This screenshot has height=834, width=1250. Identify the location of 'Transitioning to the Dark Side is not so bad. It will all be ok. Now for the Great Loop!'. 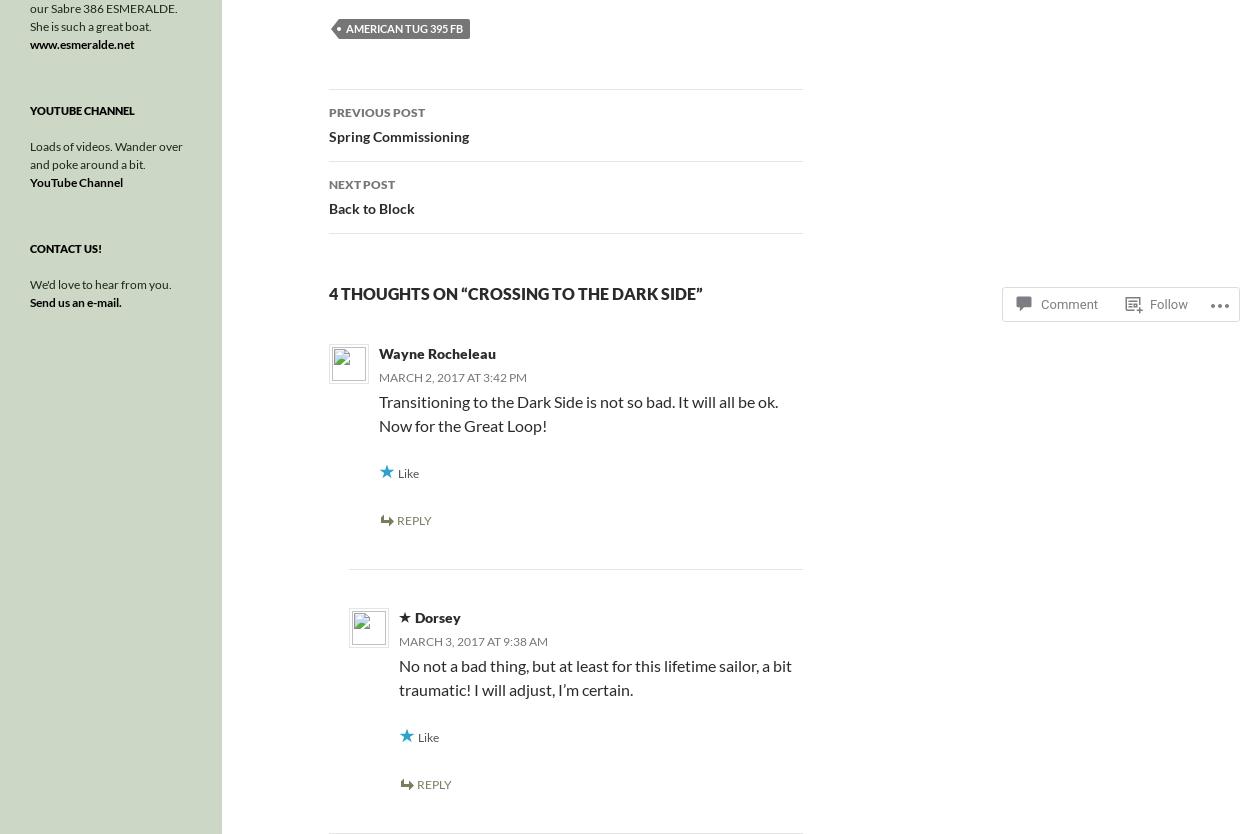
(576, 412).